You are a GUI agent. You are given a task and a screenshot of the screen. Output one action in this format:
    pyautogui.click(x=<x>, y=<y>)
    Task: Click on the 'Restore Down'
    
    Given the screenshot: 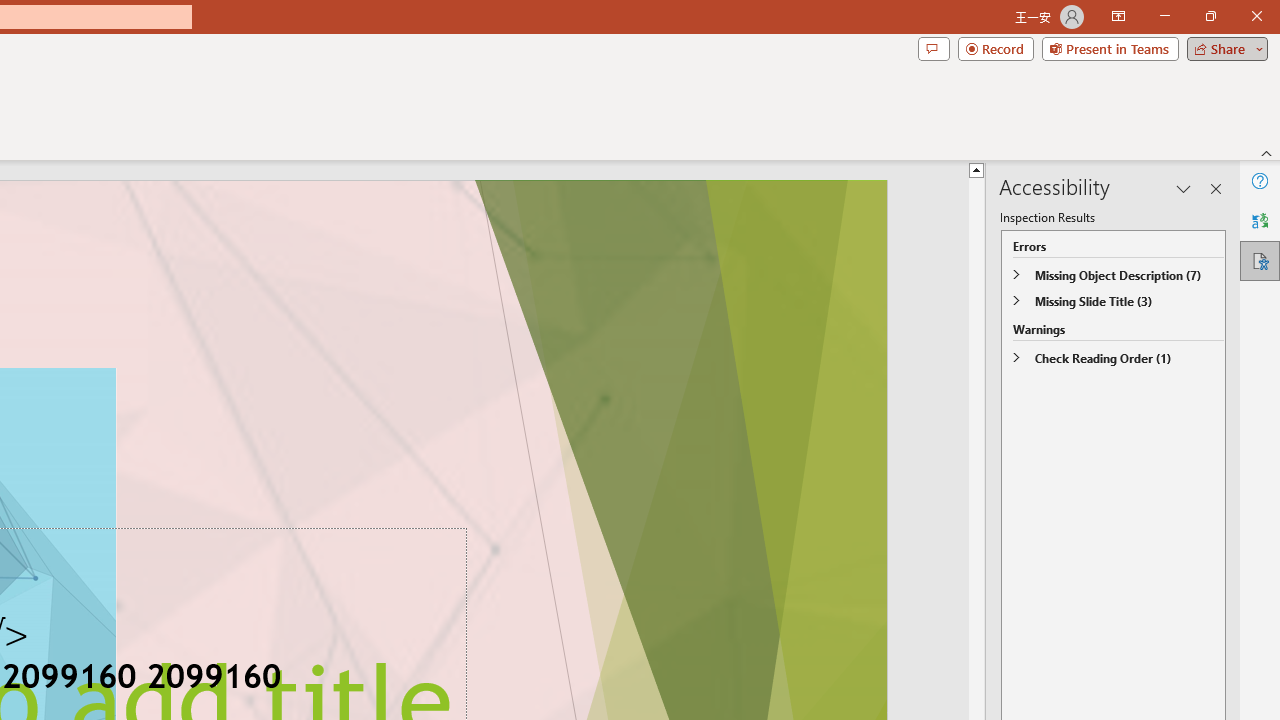 What is the action you would take?
    pyautogui.click(x=1209, y=16)
    